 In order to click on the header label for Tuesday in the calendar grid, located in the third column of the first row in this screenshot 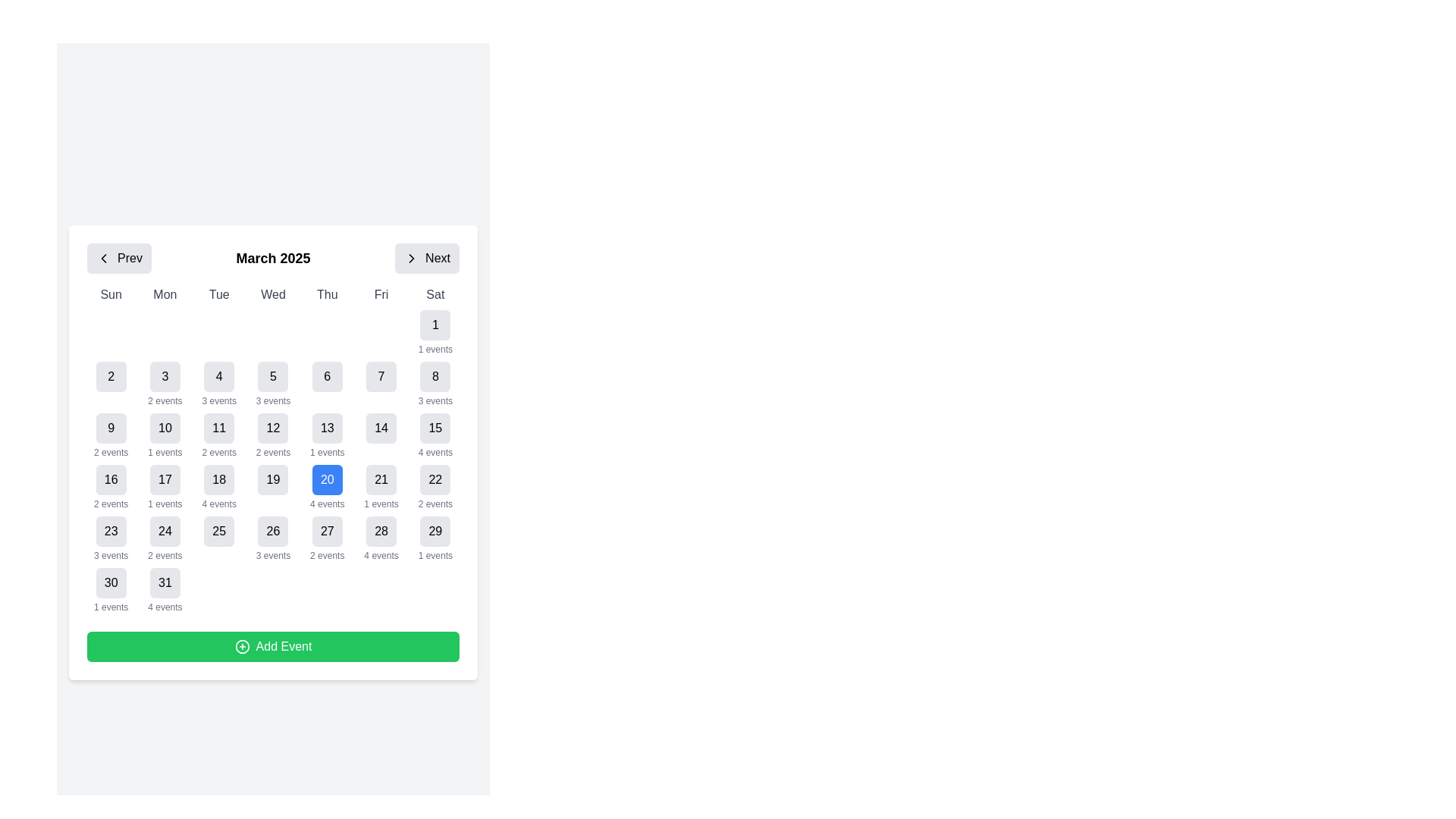, I will do `click(218, 295)`.